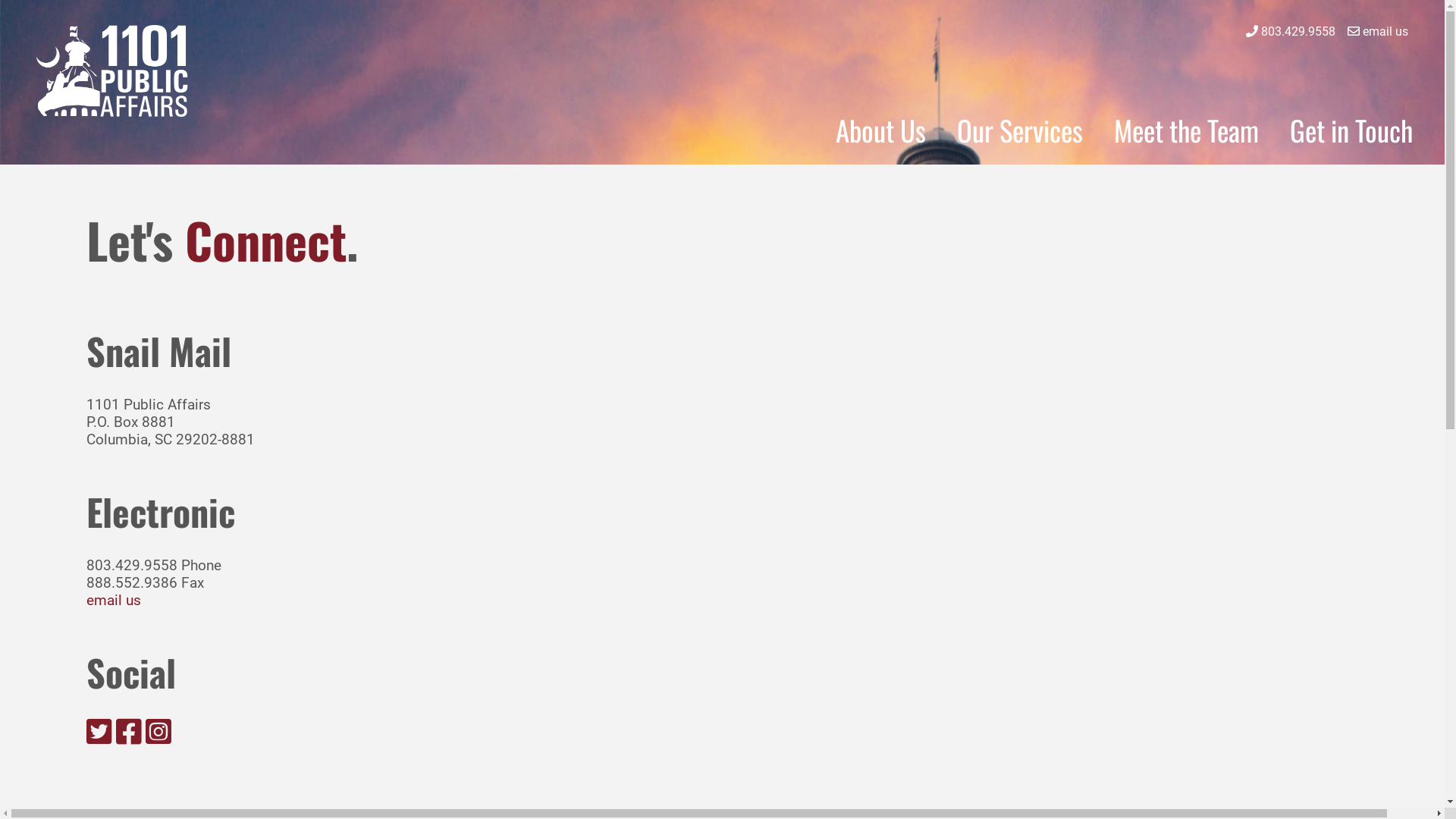 This screenshot has width=1456, height=819. I want to click on 'Twitter', so click(98, 736).